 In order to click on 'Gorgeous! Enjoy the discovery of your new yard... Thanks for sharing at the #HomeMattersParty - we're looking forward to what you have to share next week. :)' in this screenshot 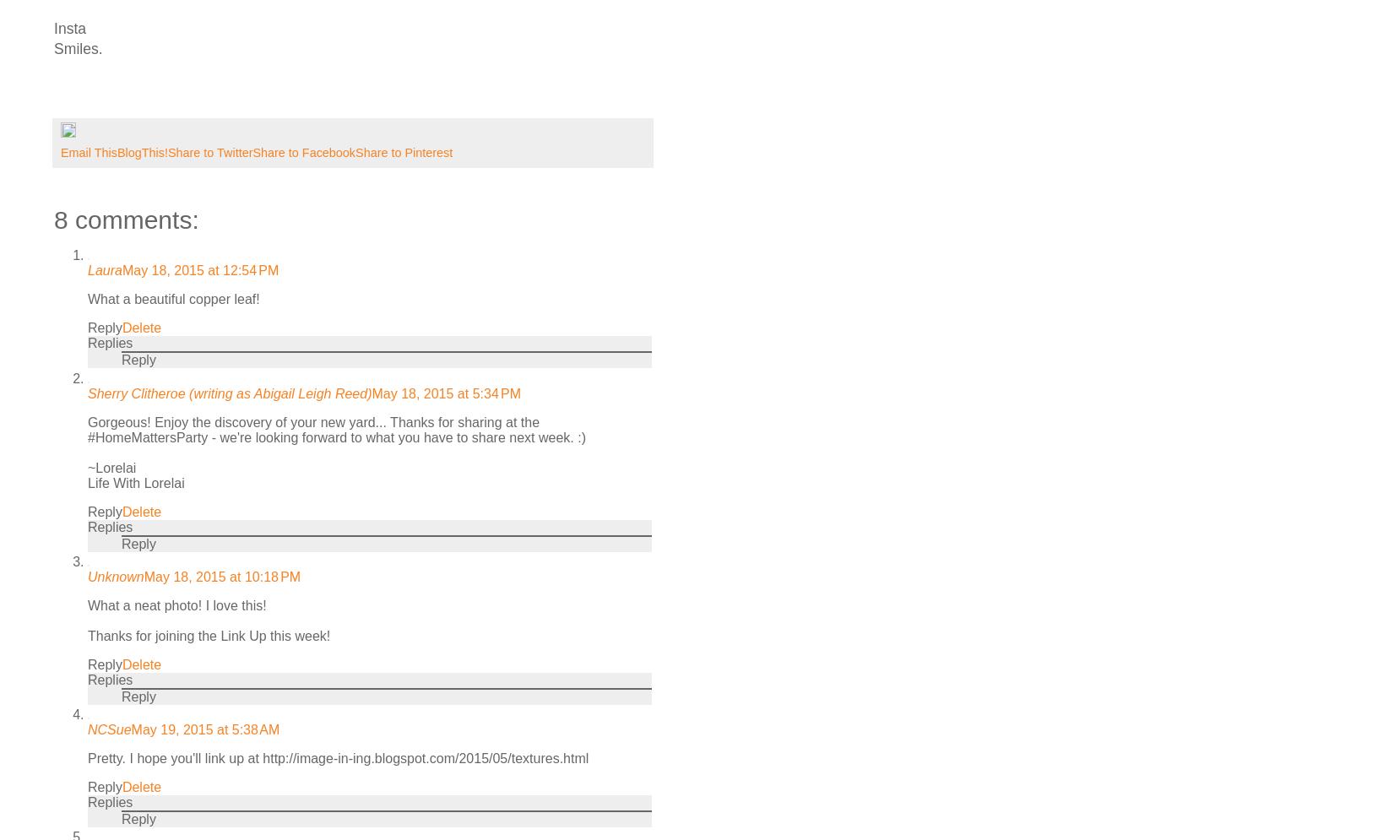, I will do `click(335, 428)`.